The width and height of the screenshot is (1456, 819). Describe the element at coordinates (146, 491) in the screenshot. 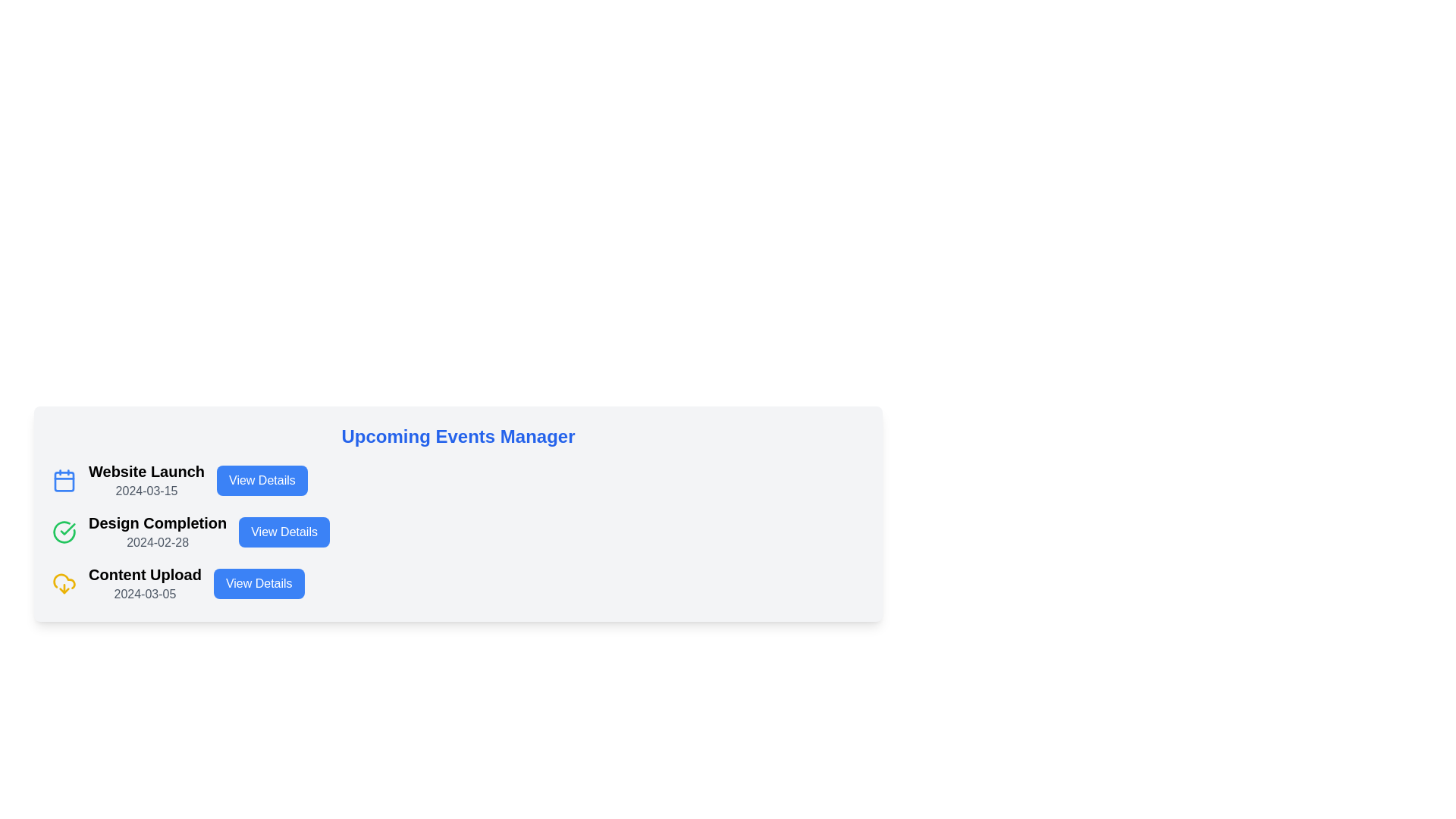

I see `date information displayed in the static text label located beneath the 'Website Launch' title in the 'Upcoming Events Manager' section` at that location.